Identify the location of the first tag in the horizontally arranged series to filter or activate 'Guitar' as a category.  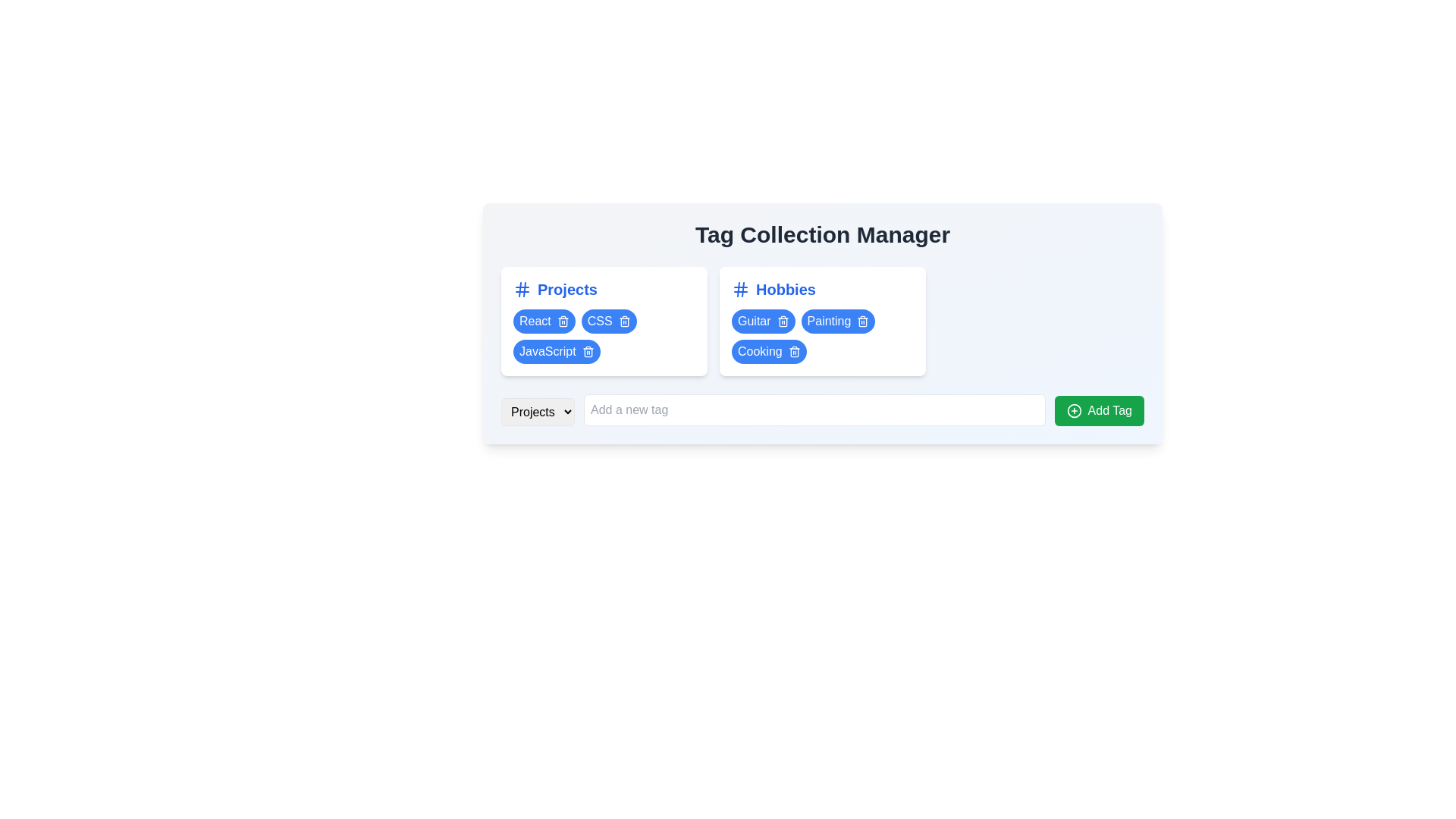
(763, 321).